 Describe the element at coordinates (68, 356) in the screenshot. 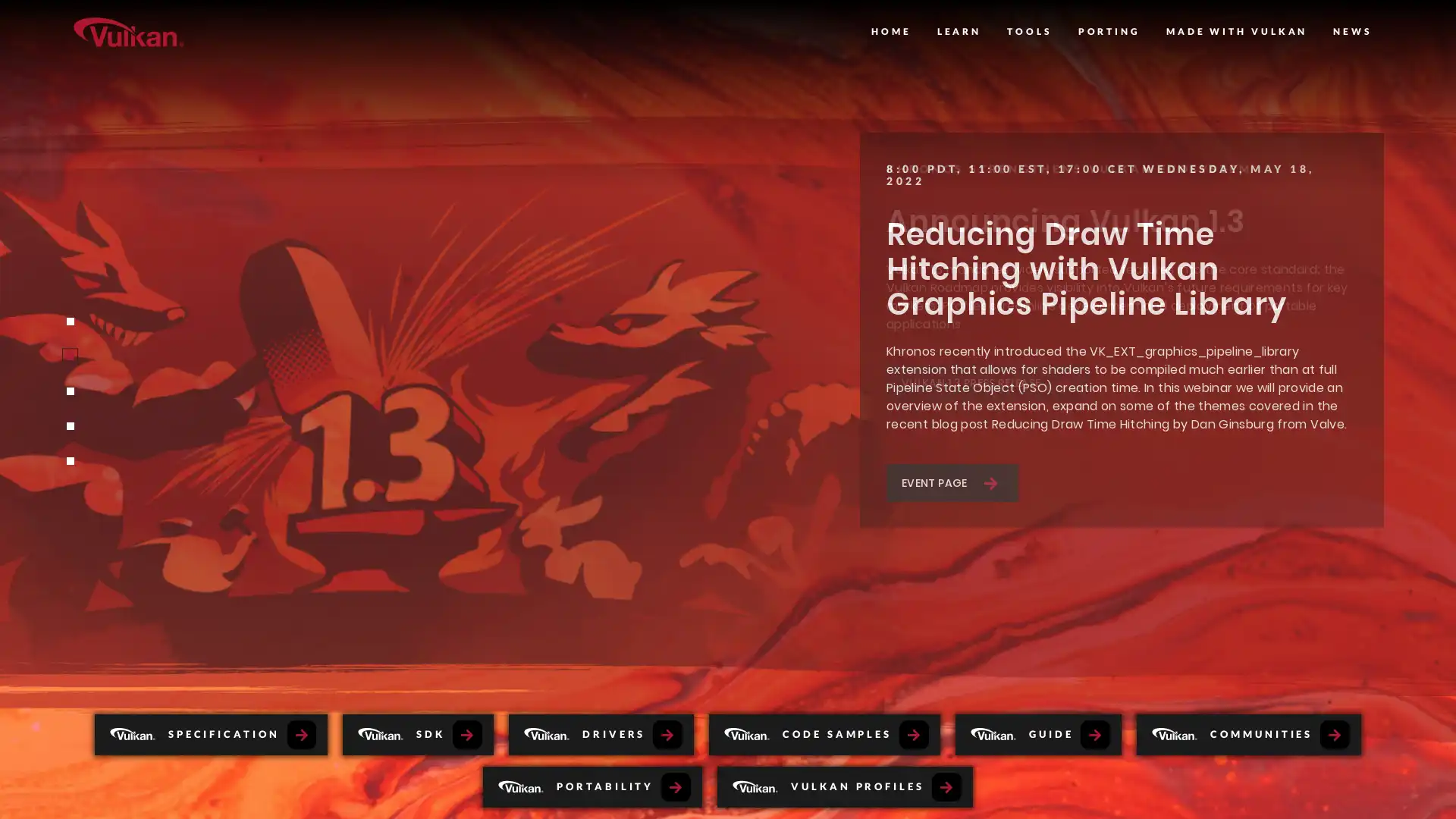

I see `2` at that location.